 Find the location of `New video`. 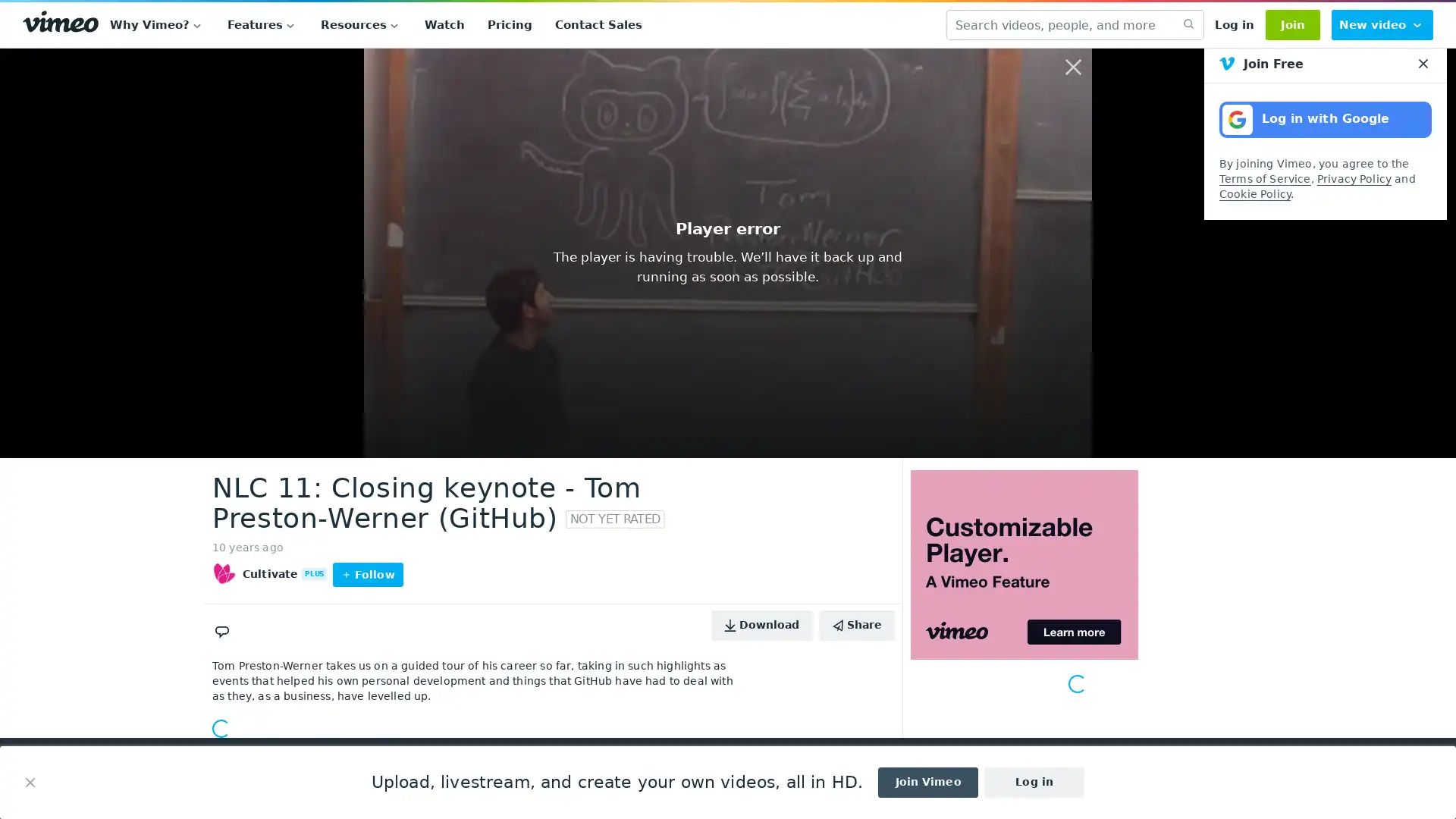

New video is located at coordinates (1382, 25).